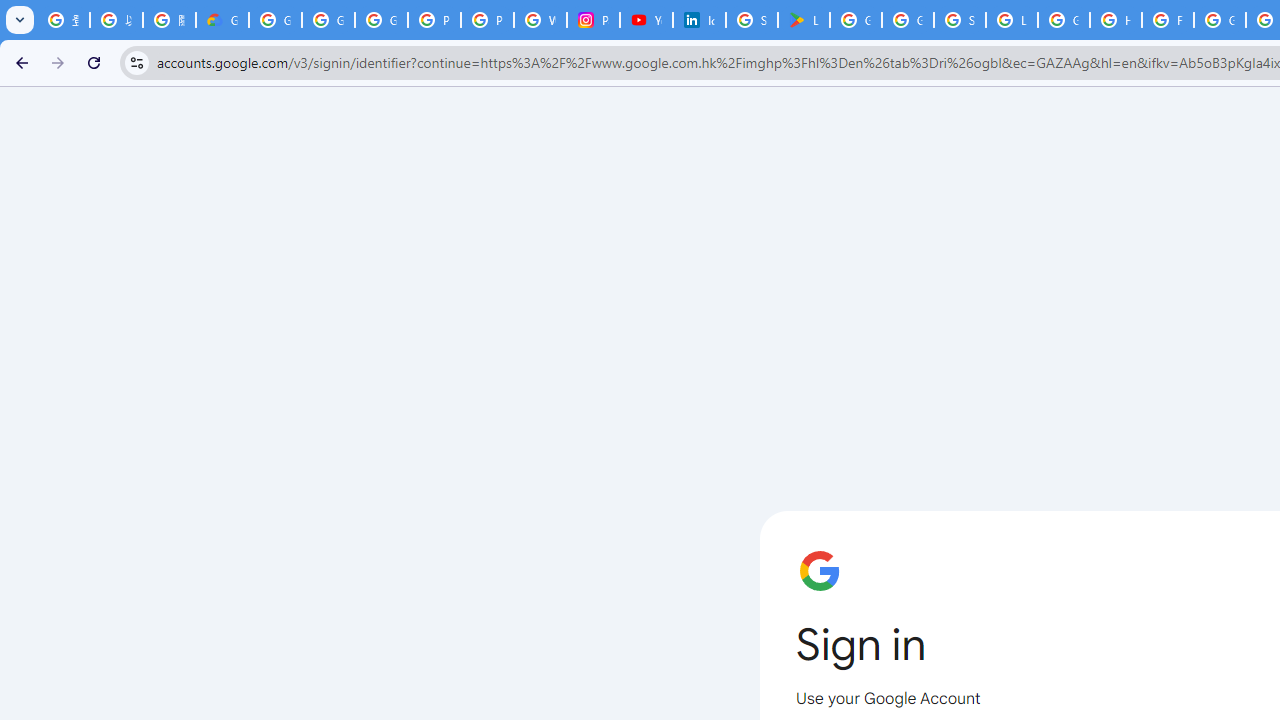  I want to click on 'How do I create a new Google Account? - Google Account Help', so click(1115, 20).